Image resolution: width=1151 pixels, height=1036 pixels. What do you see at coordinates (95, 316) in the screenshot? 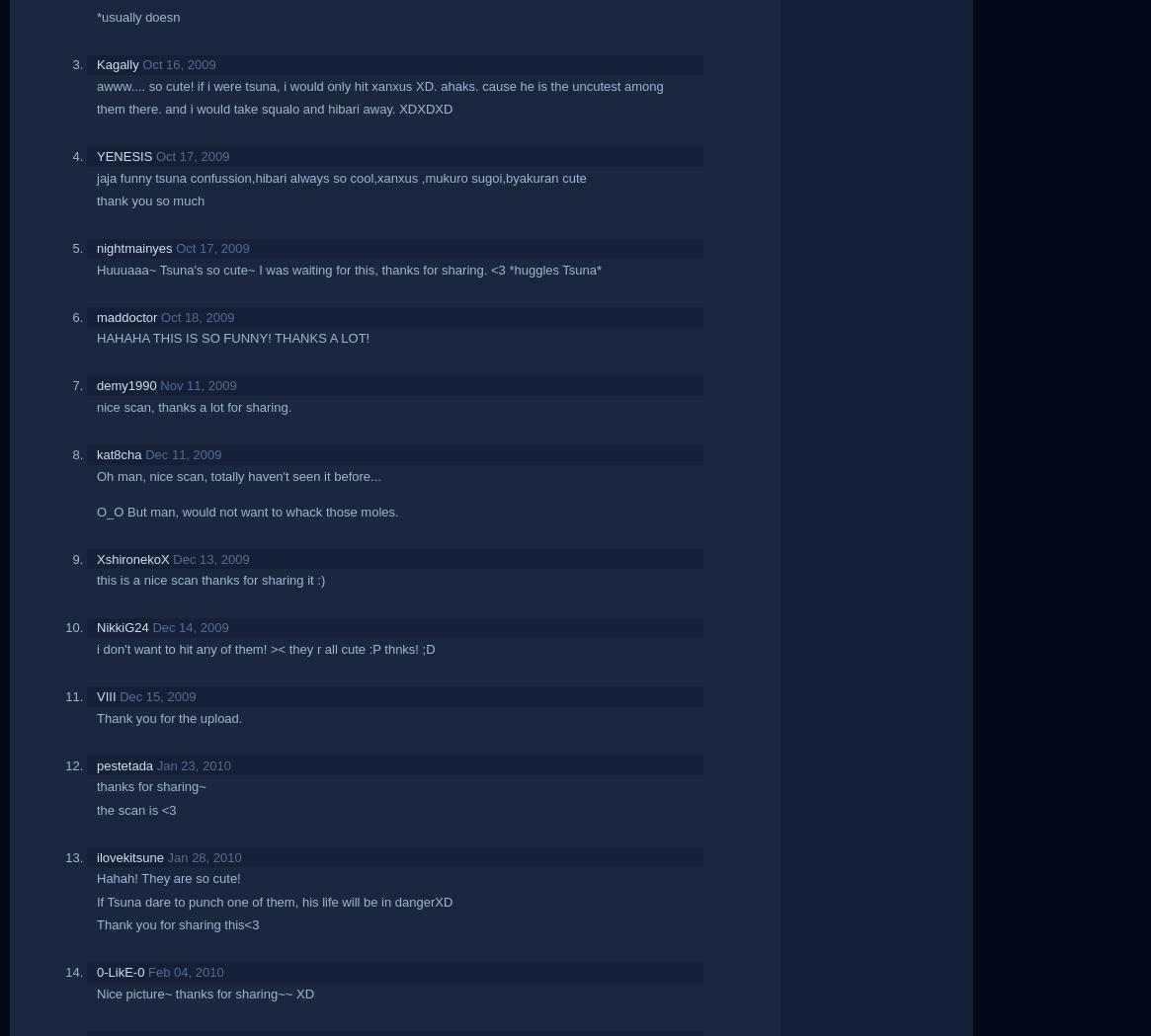
I see `'maddoctor'` at bounding box center [95, 316].